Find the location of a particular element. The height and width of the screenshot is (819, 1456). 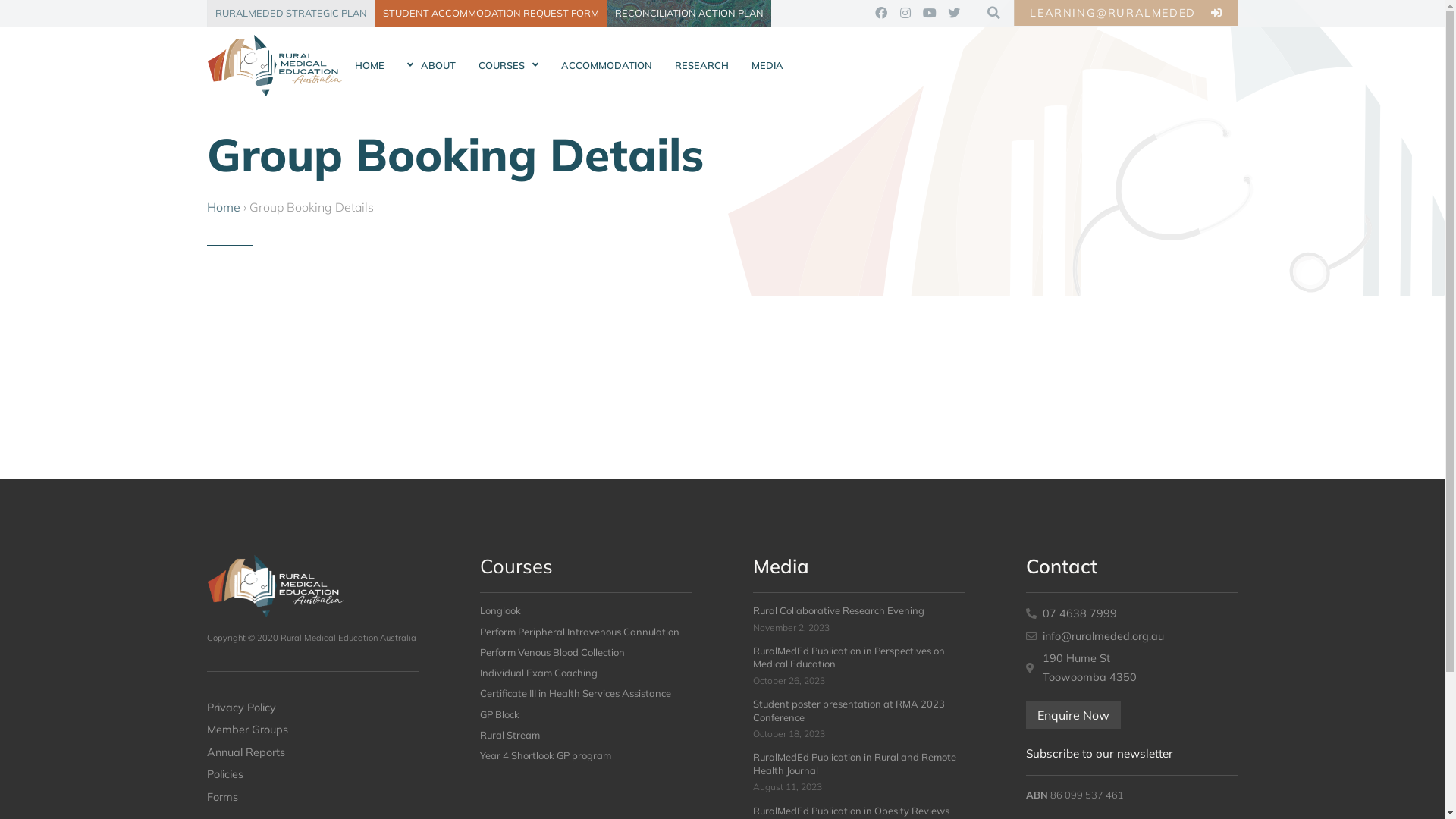

'RURALMEDED STRATEGIC PLAN' is located at coordinates (290, 13).